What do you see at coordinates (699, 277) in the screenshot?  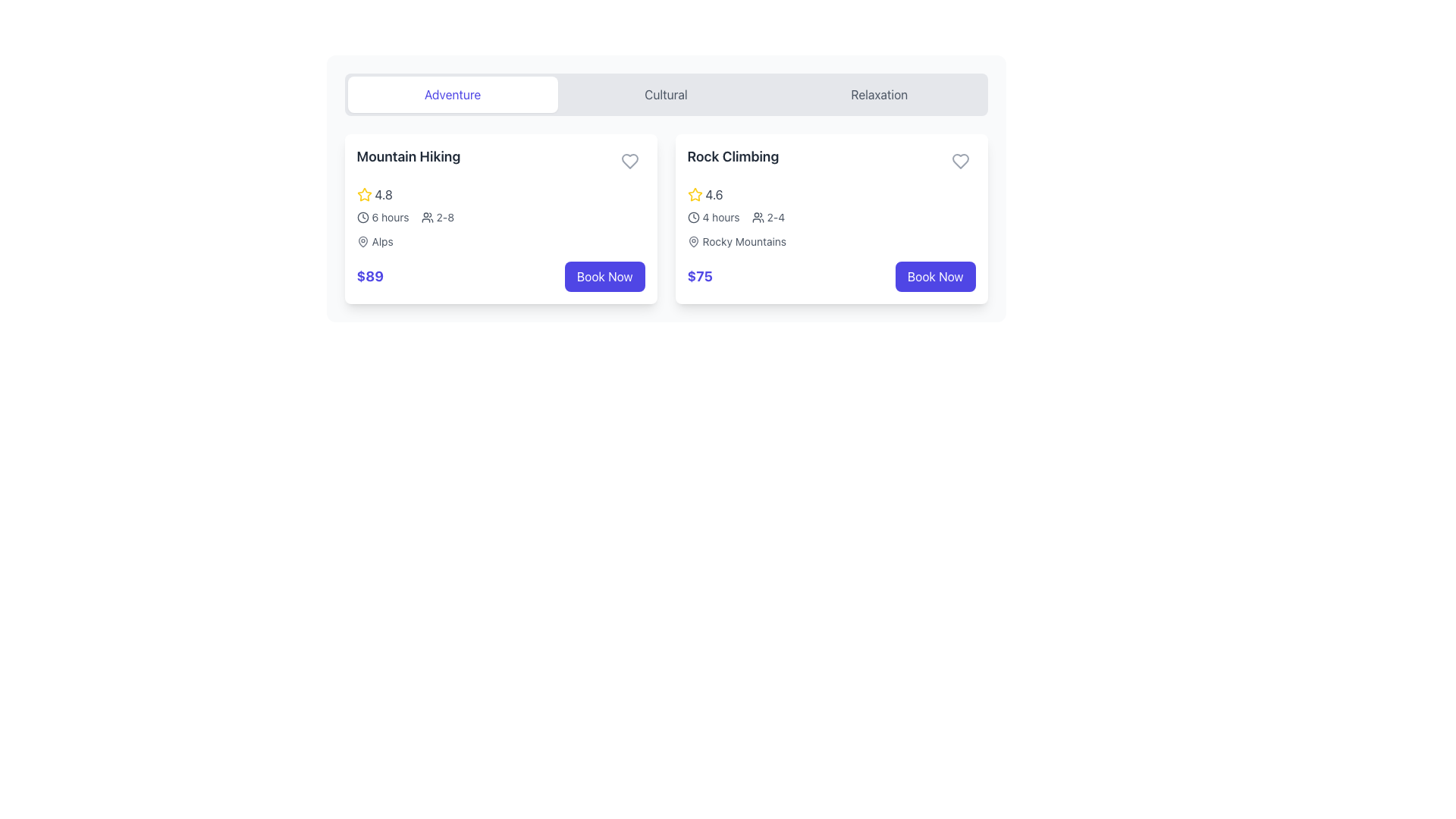 I see `the Static Text Label displaying the cost of the 'Rock Climbing' activity, located above the 'Book Now' button` at bounding box center [699, 277].